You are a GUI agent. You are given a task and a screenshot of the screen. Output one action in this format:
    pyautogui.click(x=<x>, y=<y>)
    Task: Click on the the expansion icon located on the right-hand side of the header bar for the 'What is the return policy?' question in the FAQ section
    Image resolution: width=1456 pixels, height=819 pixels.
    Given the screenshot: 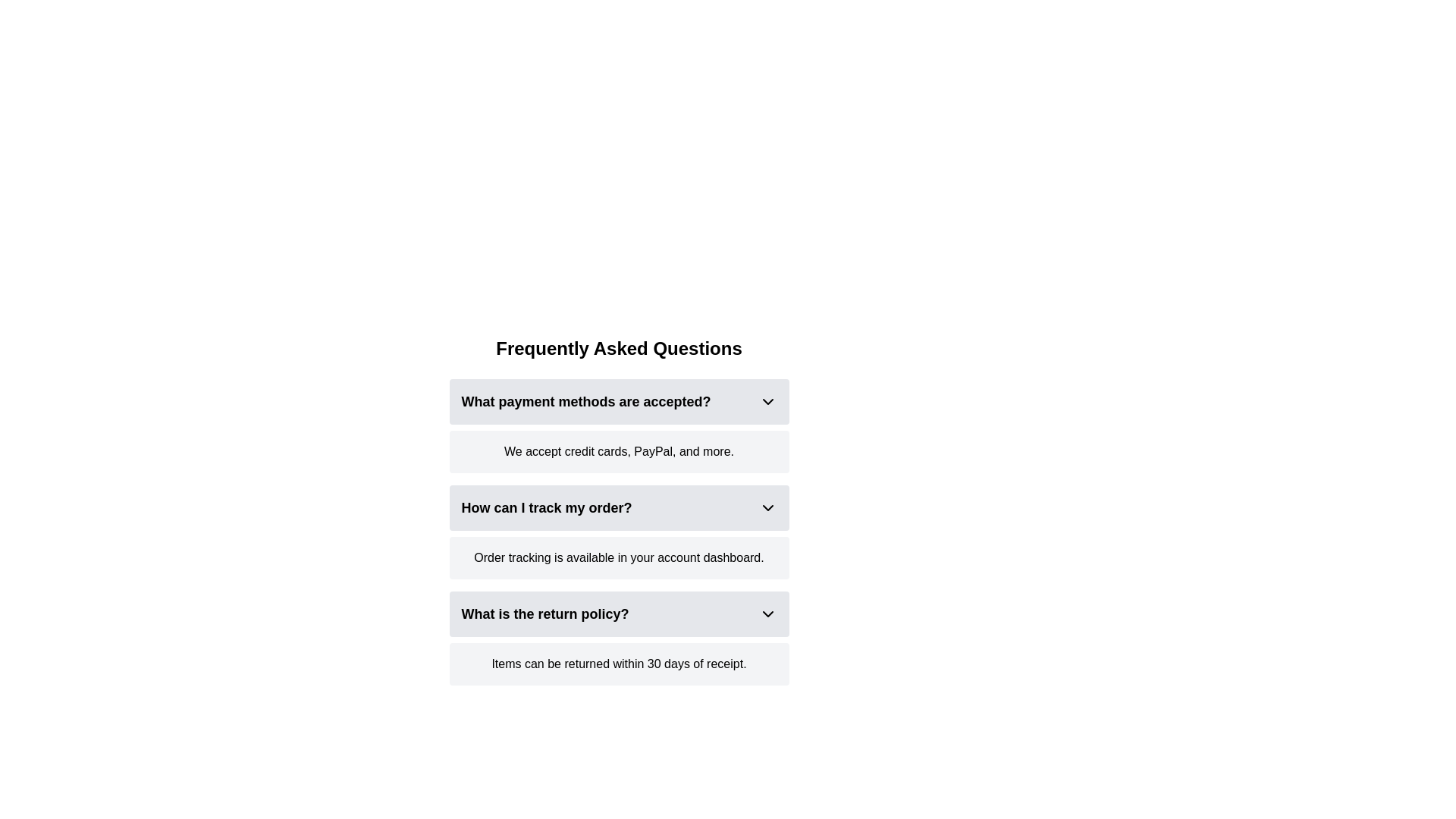 What is the action you would take?
    pyautogui.click(x=767, y=614)
    